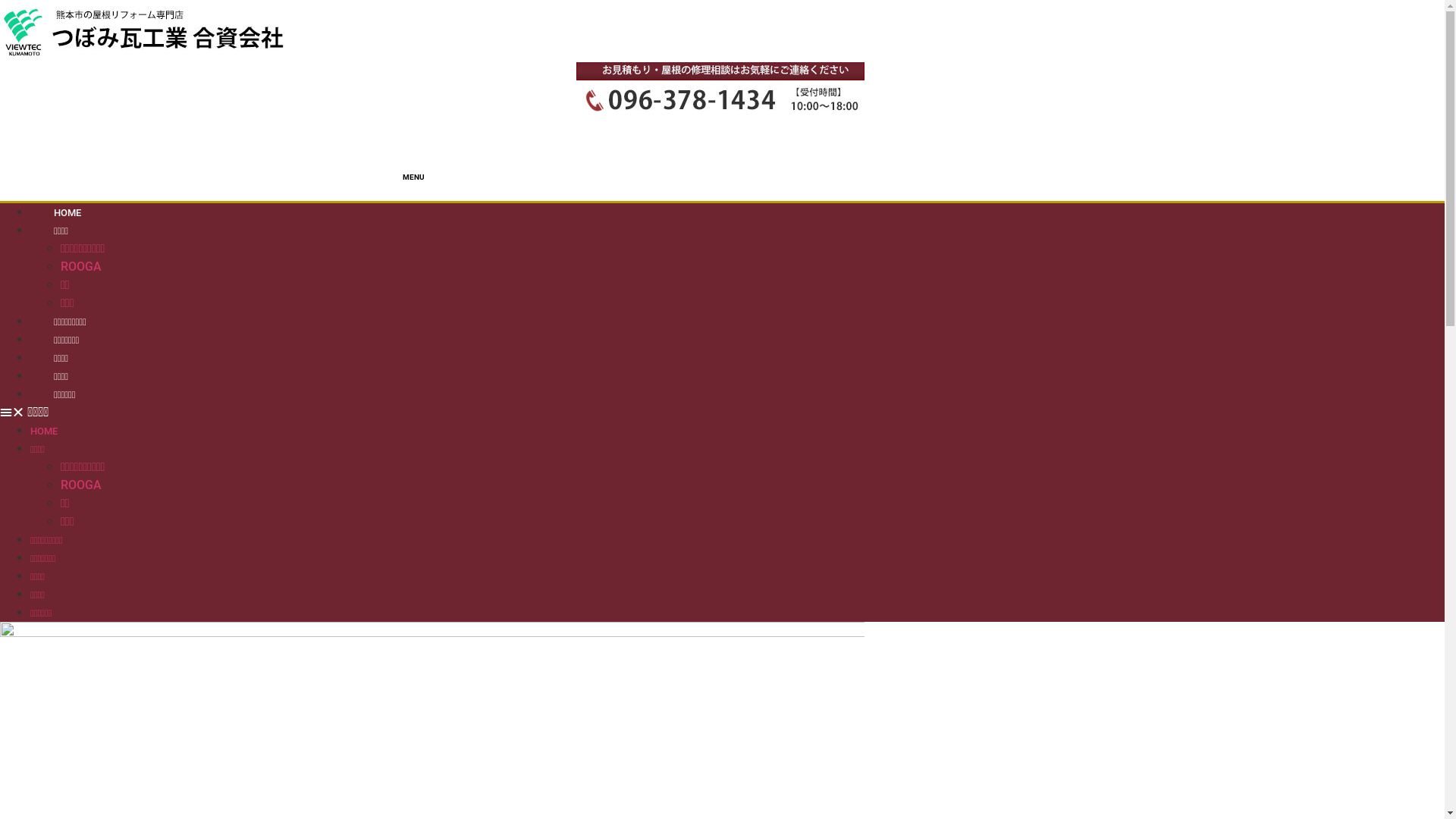  Describe the element at coordinates (80, 265) in the screenshot. I see `'ROOGA'` at that location.